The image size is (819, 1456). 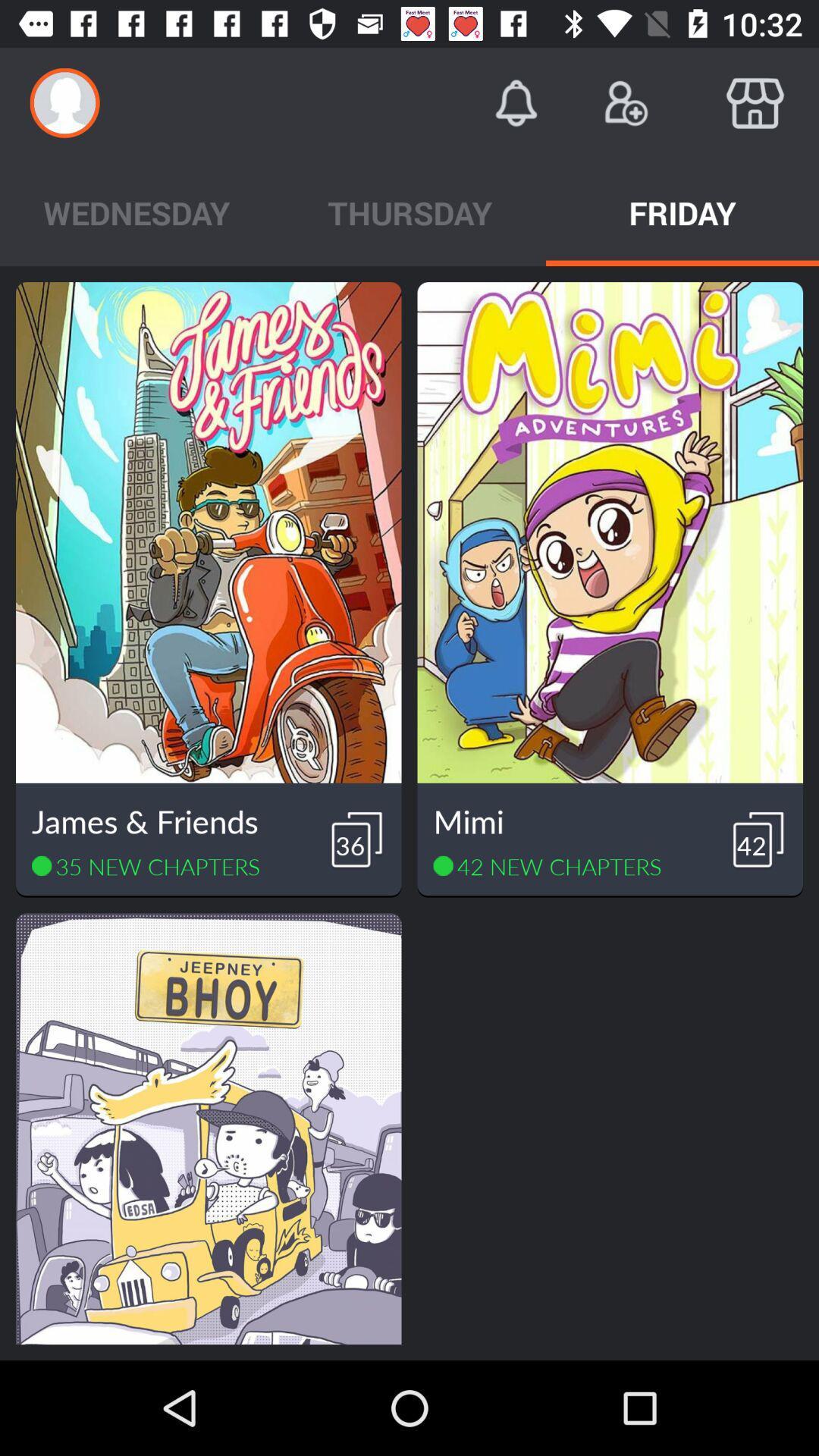 I want to click on the app next to friday  icon, so click(x=409, y=212).